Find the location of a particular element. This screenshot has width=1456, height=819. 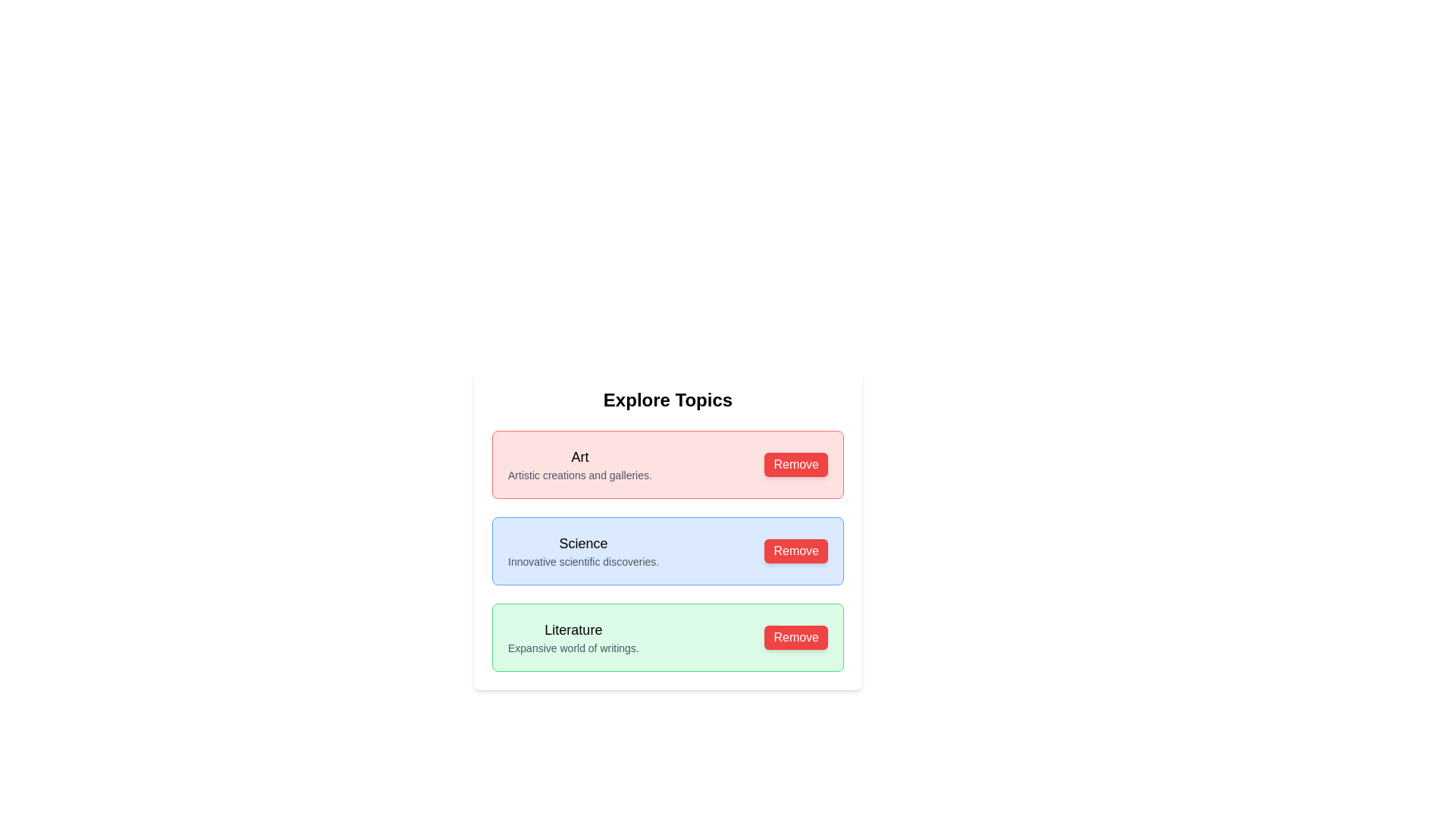

the remove button for the chip labeled 'Art' is located at coordinates (795, 464).